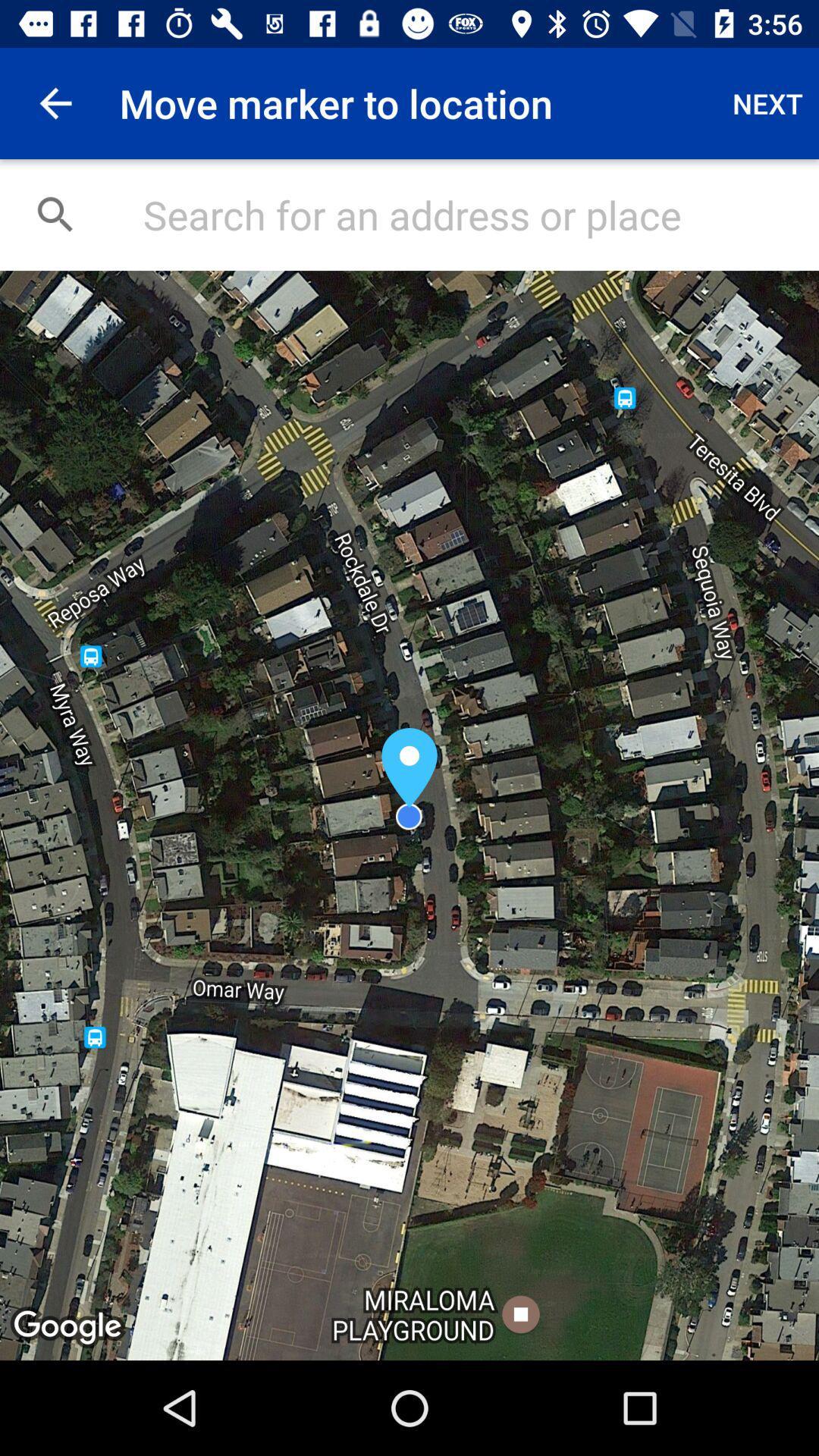 This screenshot has width=819, height=1456. I want to click on next, so click(767, 102).